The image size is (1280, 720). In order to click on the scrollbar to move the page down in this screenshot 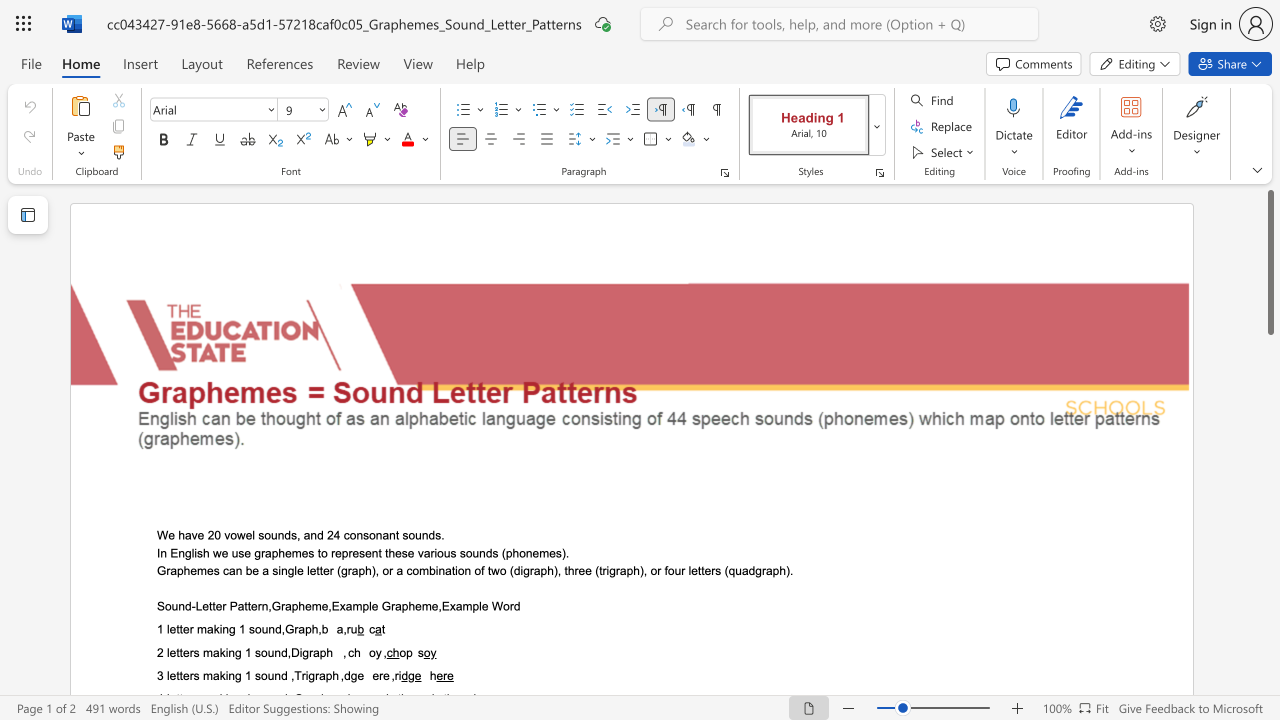, I will do `click(1269, 528)`.